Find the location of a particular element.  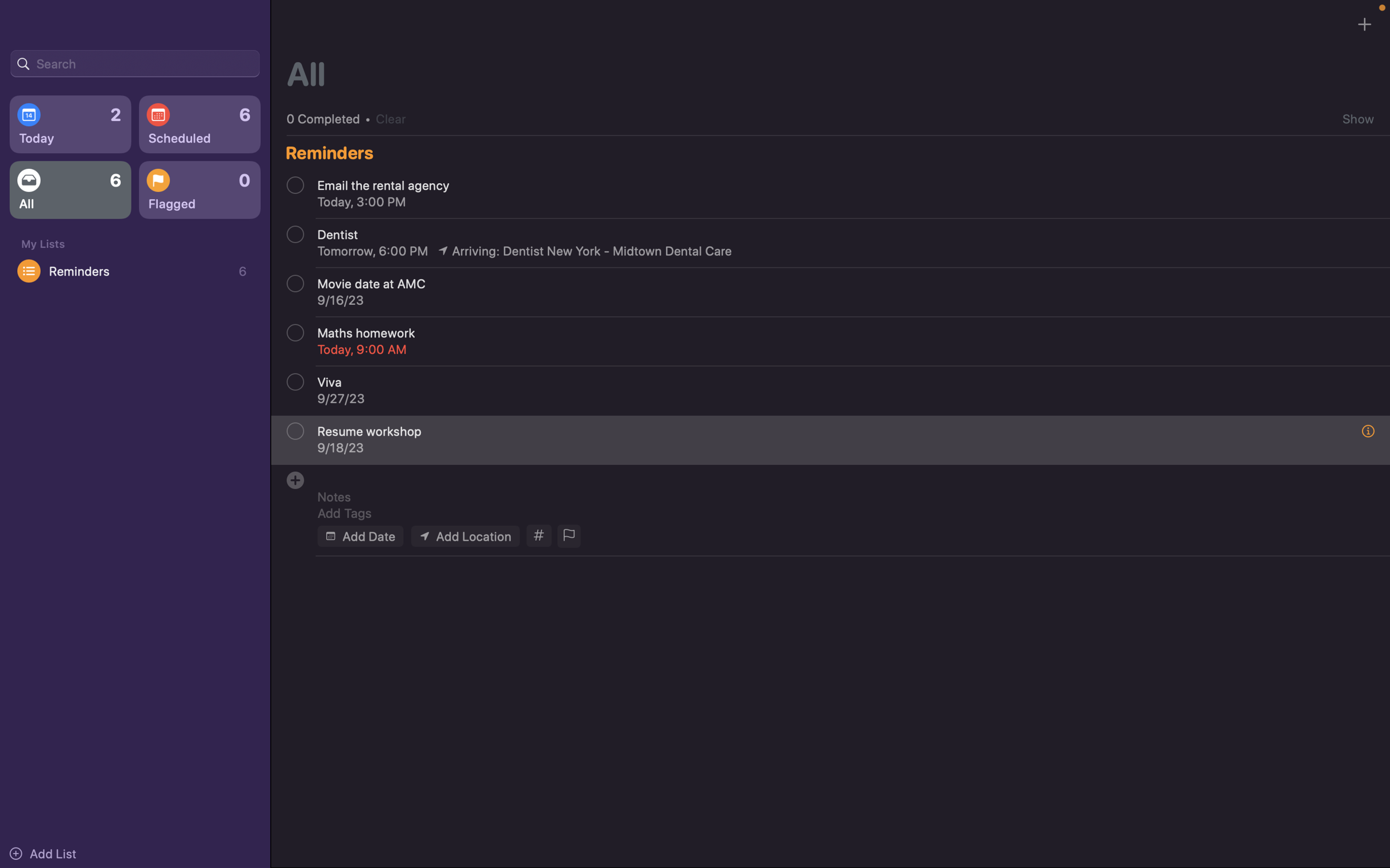

Specify the event location as "Zoom meeting" is located at coordinates (464, 535).